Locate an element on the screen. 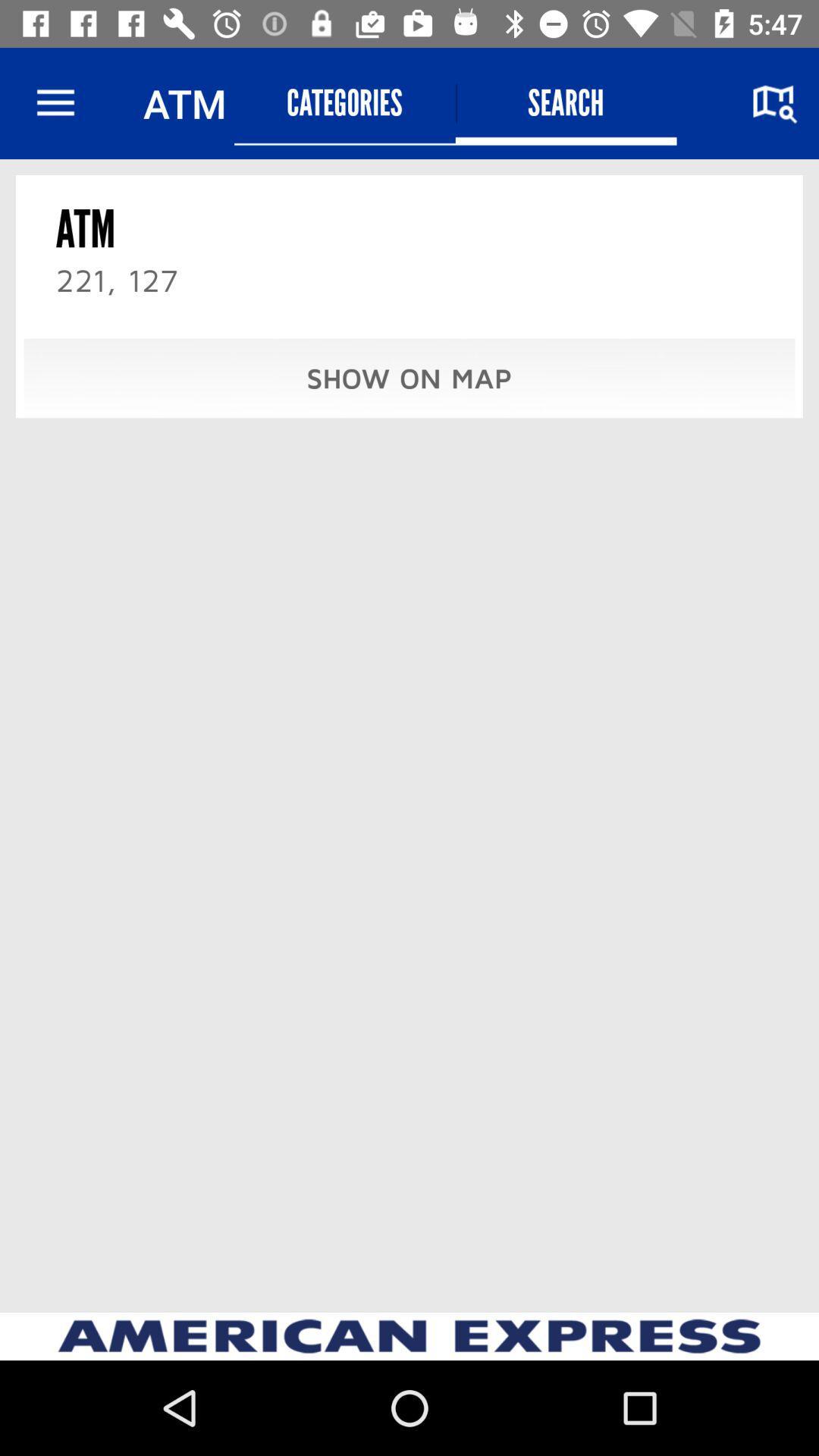 The width and height of the screenshot is (819, 1456). item next to the atm item is located at coordinates (344, 102).